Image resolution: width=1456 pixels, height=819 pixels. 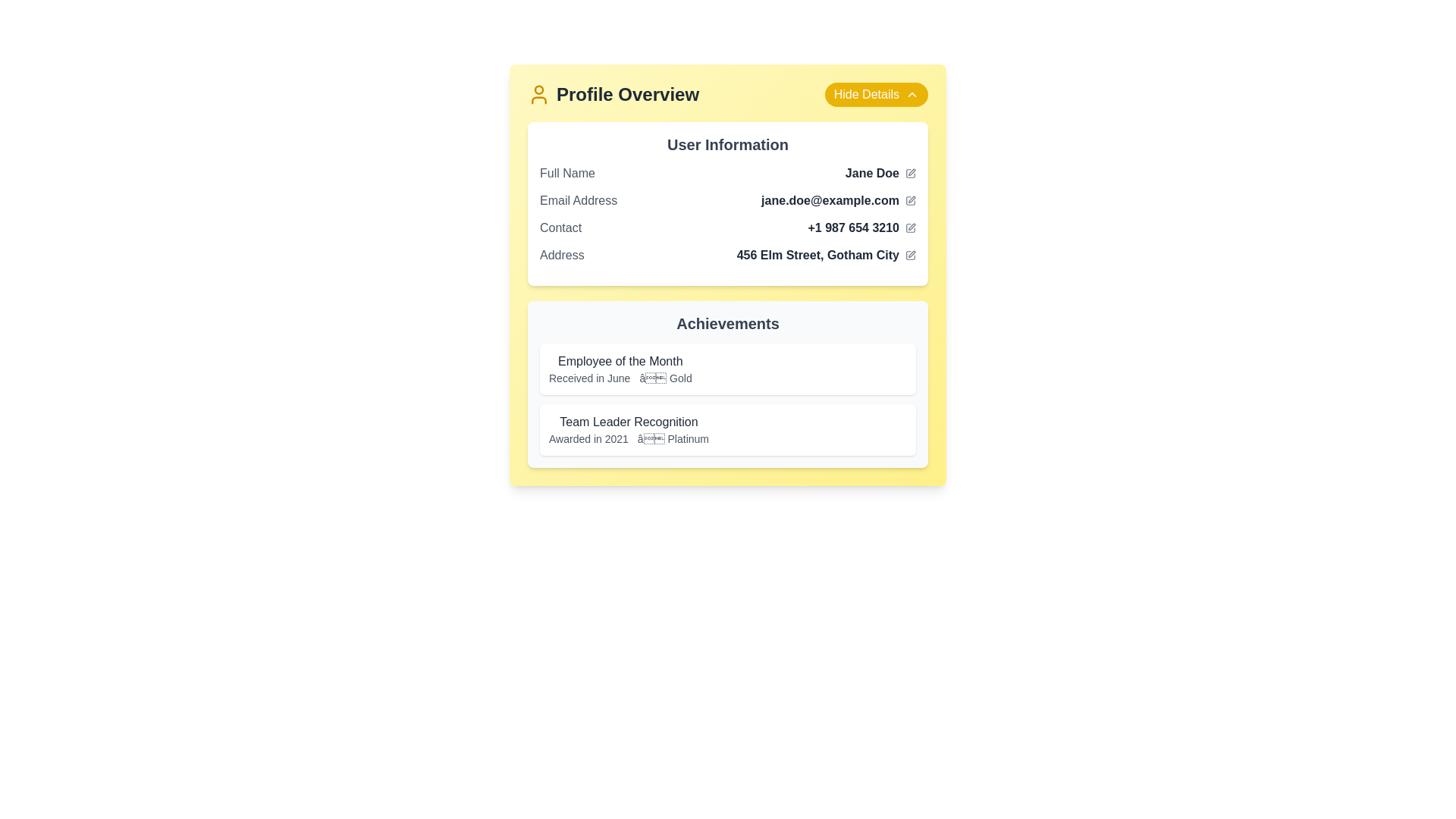 I want to click on the icon button resembling a pen or pencil located to the right of the text '456 Elm Street, Gotham City' in the 'Address' section of the profile card to initiate editing, so click(x=910, y=254).